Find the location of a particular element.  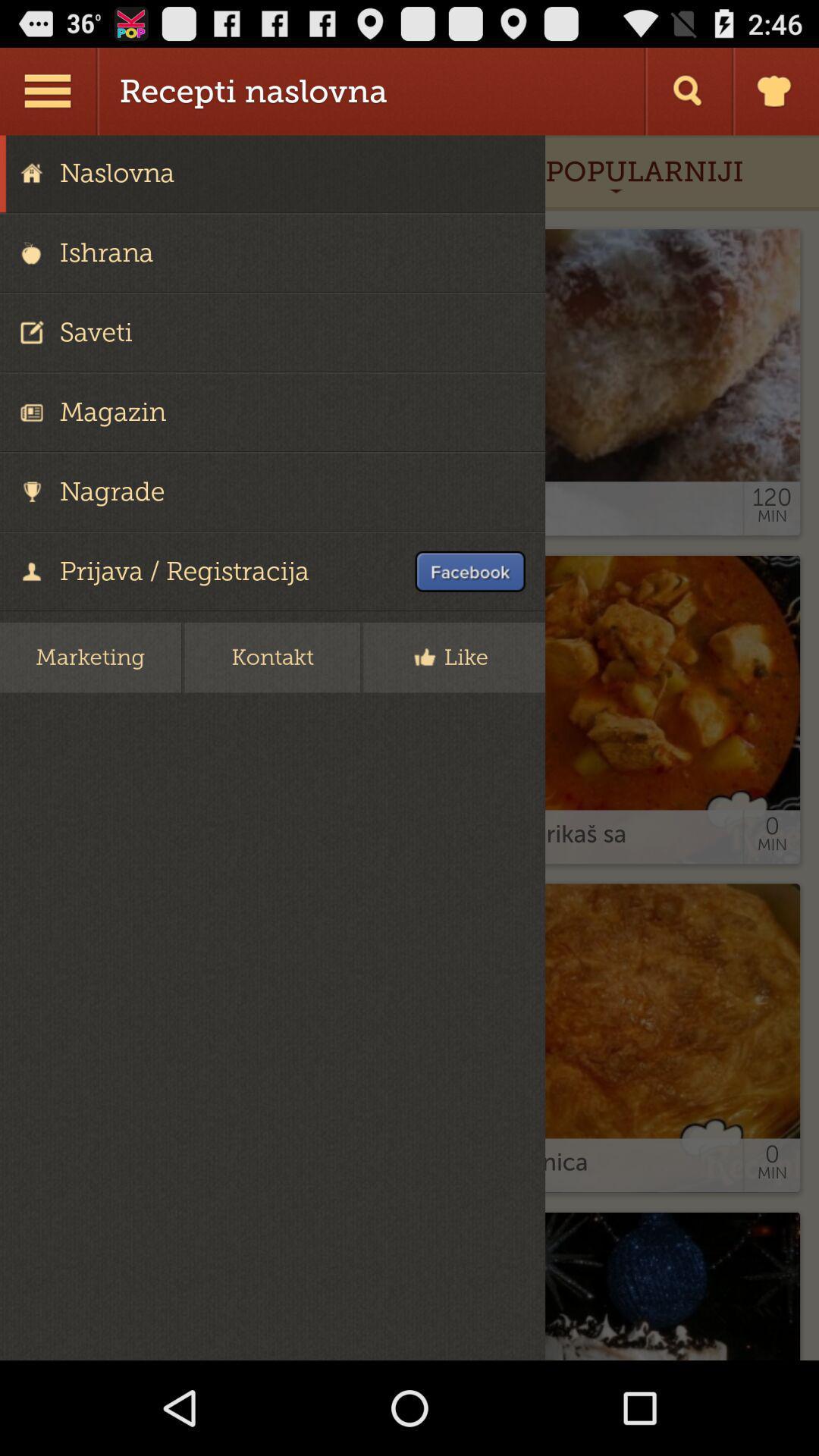

like button is located at coordinates (409, 748).